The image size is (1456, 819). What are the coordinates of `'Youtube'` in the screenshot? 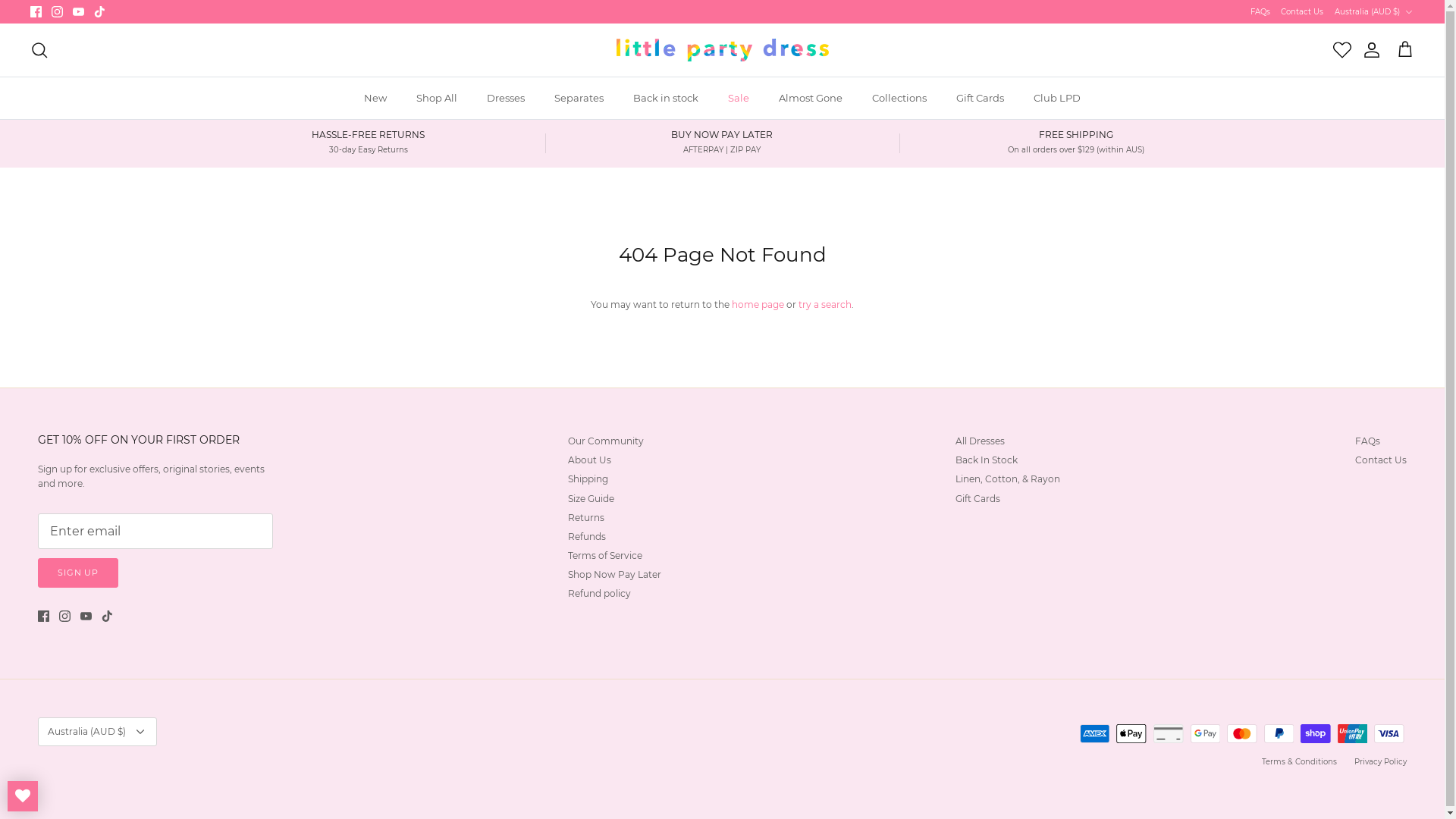 It's located at (72, 11).